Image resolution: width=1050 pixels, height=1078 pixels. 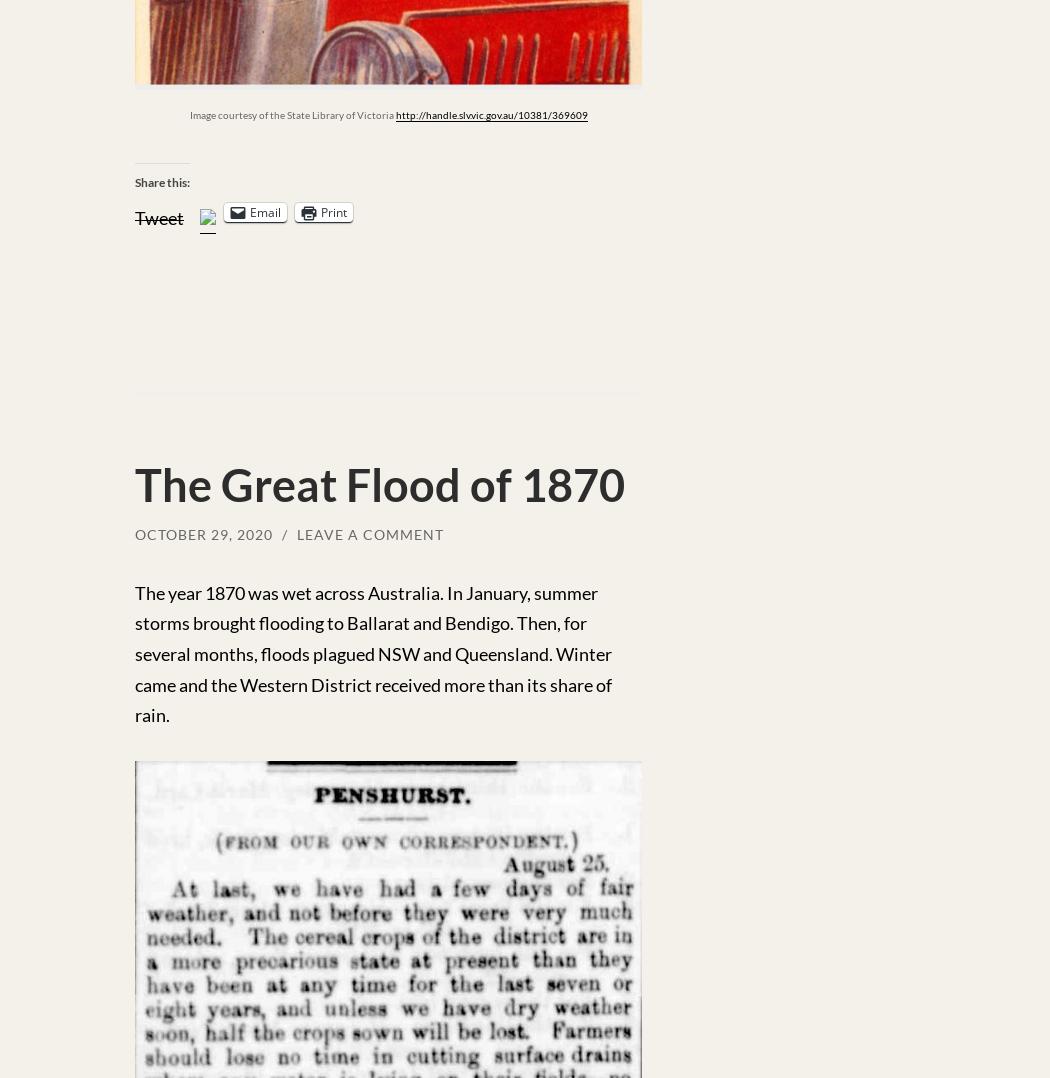 What do you see at coordinates (291, 113) in the screenshot?
I see `'Image courtesy of the State Library of Victoria'` at bounding box center [291, 113].